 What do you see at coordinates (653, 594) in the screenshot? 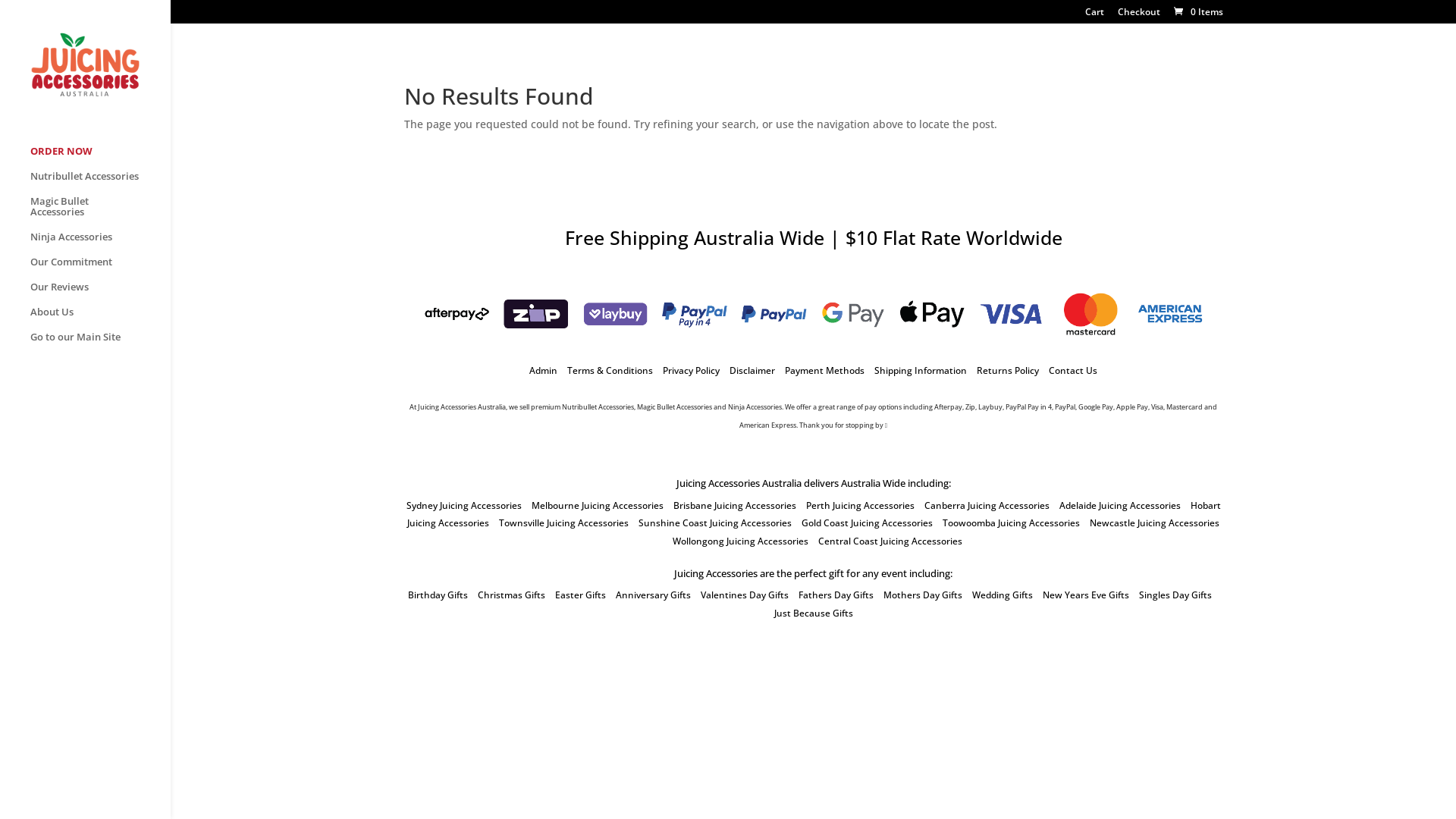
I see `'Anniversary Gifts'` at bounding box center [653, 594].